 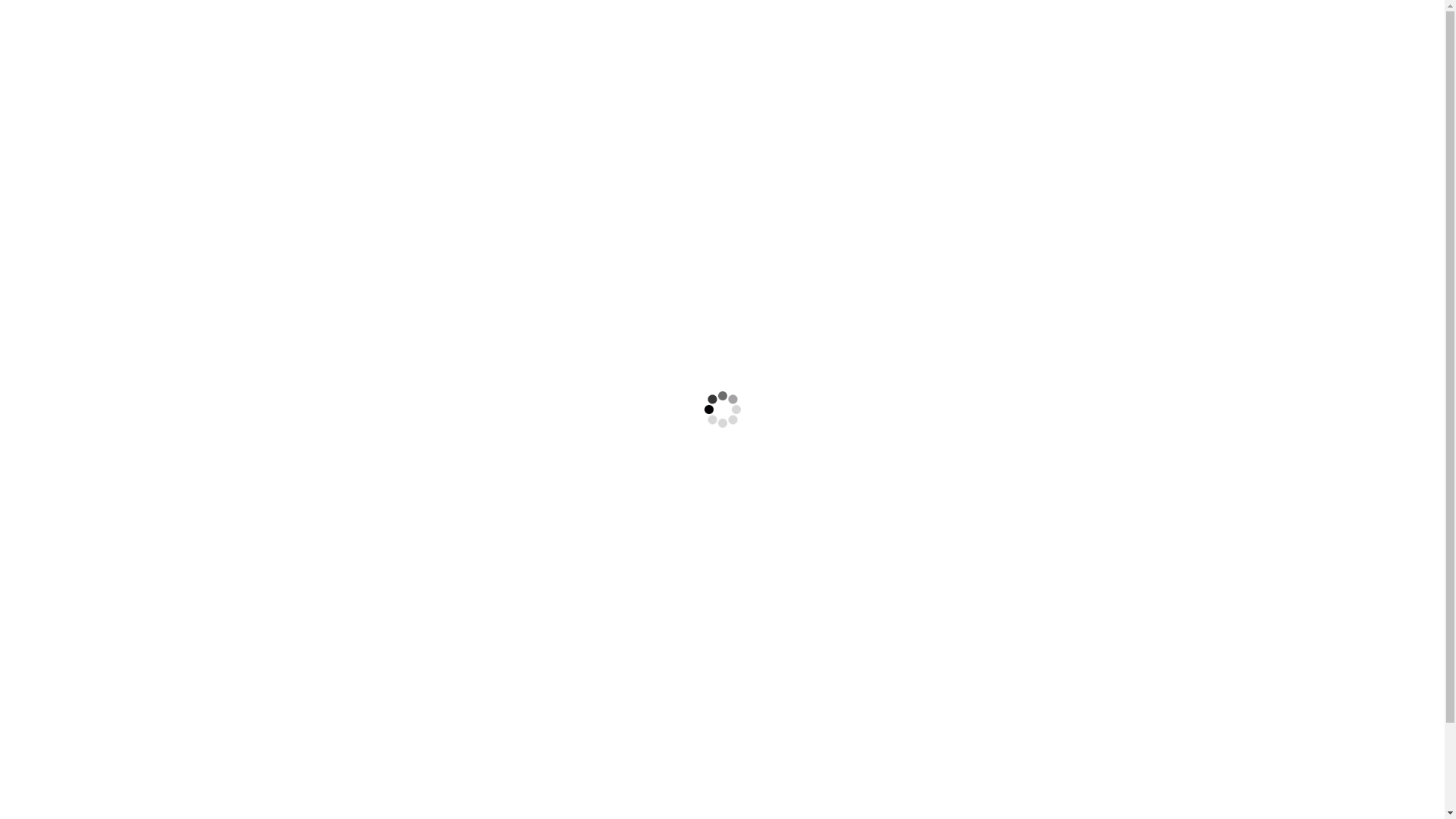 What do you see at coordinates (711, 43) in the screenshot?
I see `'Dienstleistungen'` at bounding box center [711, 43].